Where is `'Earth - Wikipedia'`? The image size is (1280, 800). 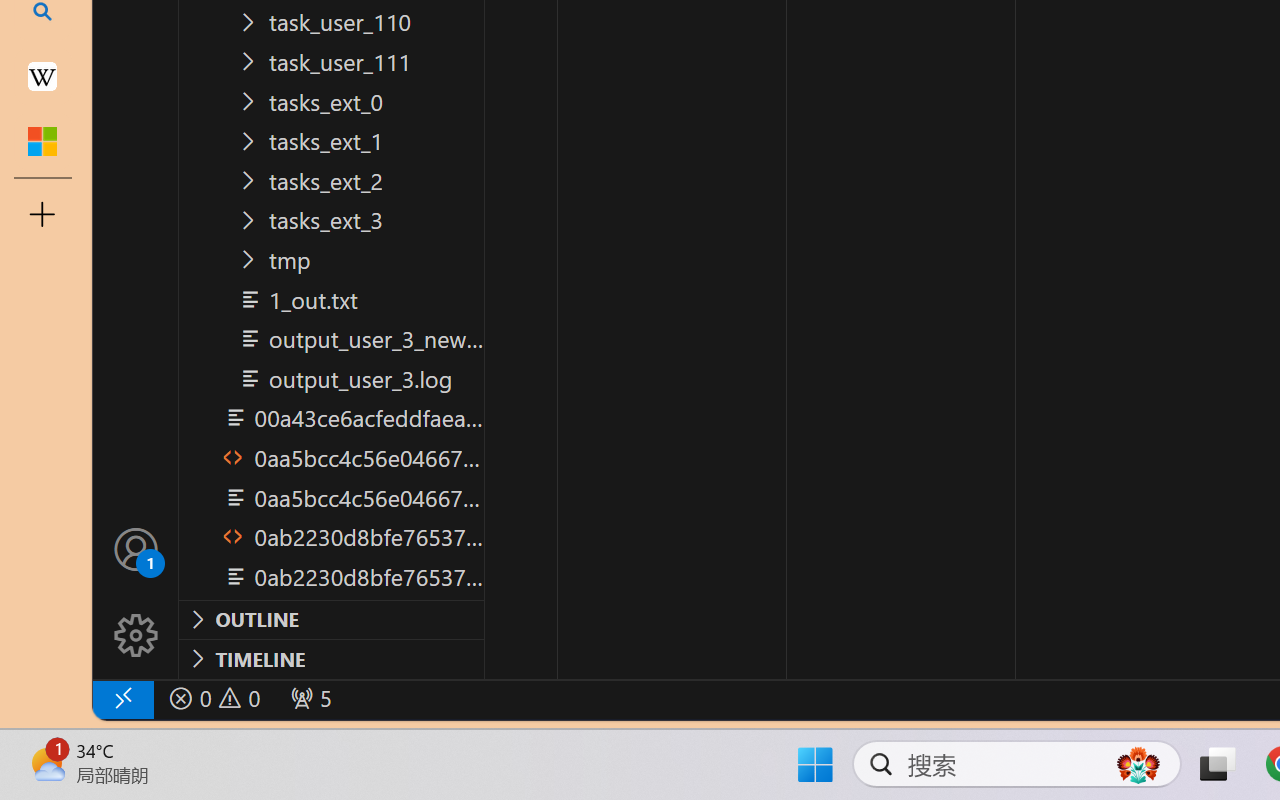 'Earth - Wikipedia' is located at coordinates (42, 76).